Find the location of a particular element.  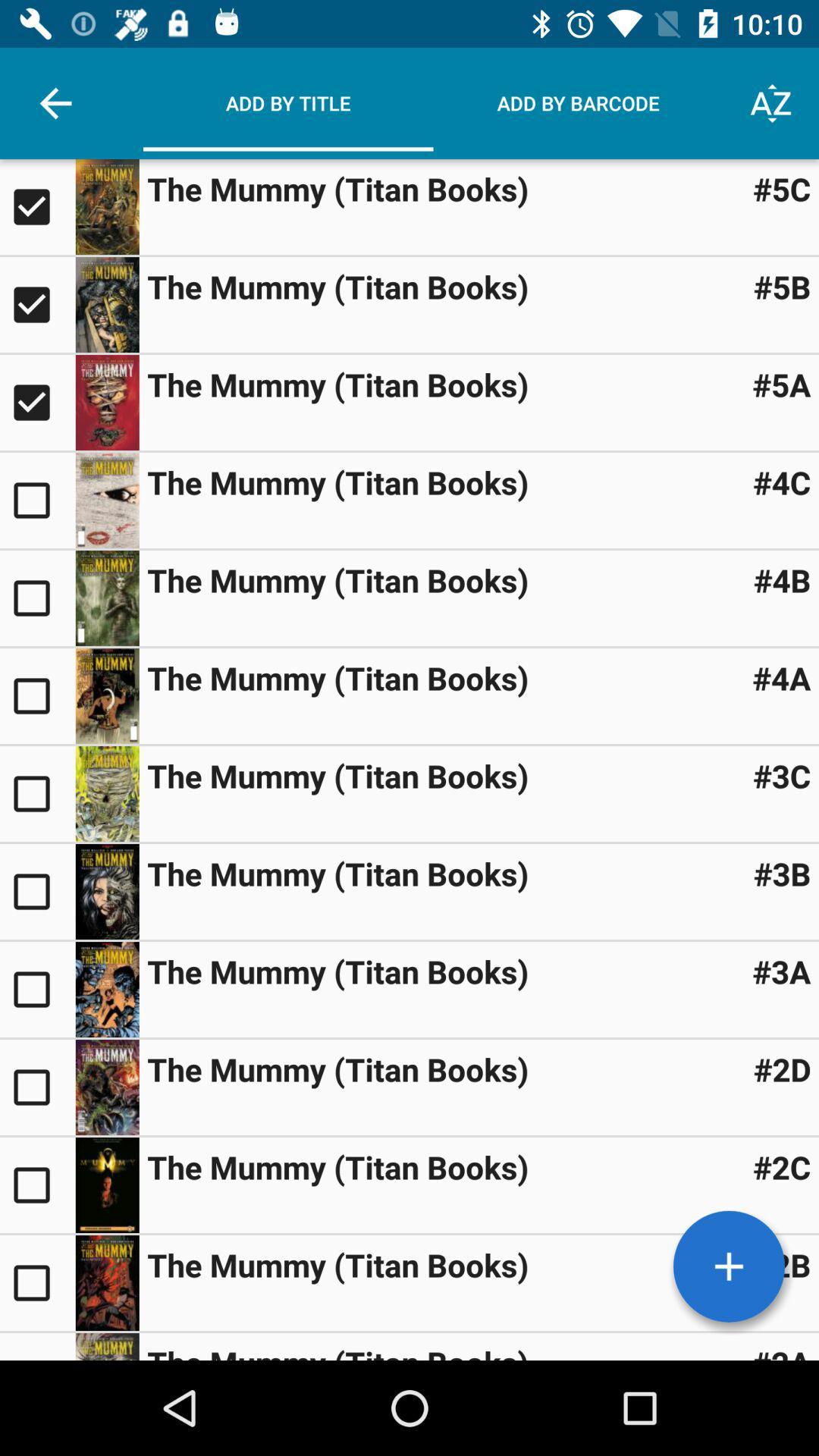

book button is located at coordinates (36, 1282).